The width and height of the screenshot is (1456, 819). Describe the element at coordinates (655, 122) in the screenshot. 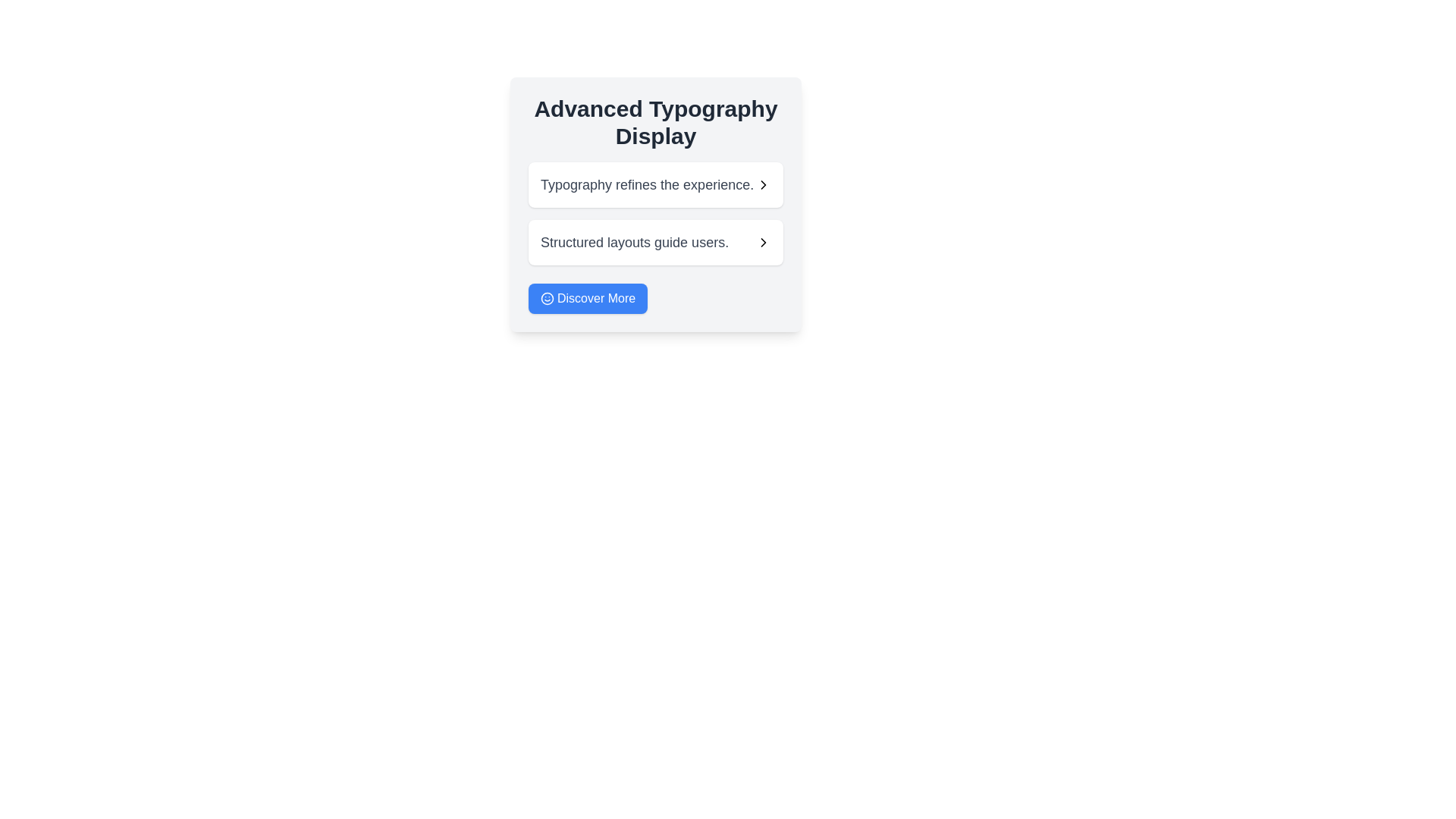

I see `the header element displaying 'Advanced Typography Display' which is styled in bold and large font, located centrally at the top of the card interface` at that location.